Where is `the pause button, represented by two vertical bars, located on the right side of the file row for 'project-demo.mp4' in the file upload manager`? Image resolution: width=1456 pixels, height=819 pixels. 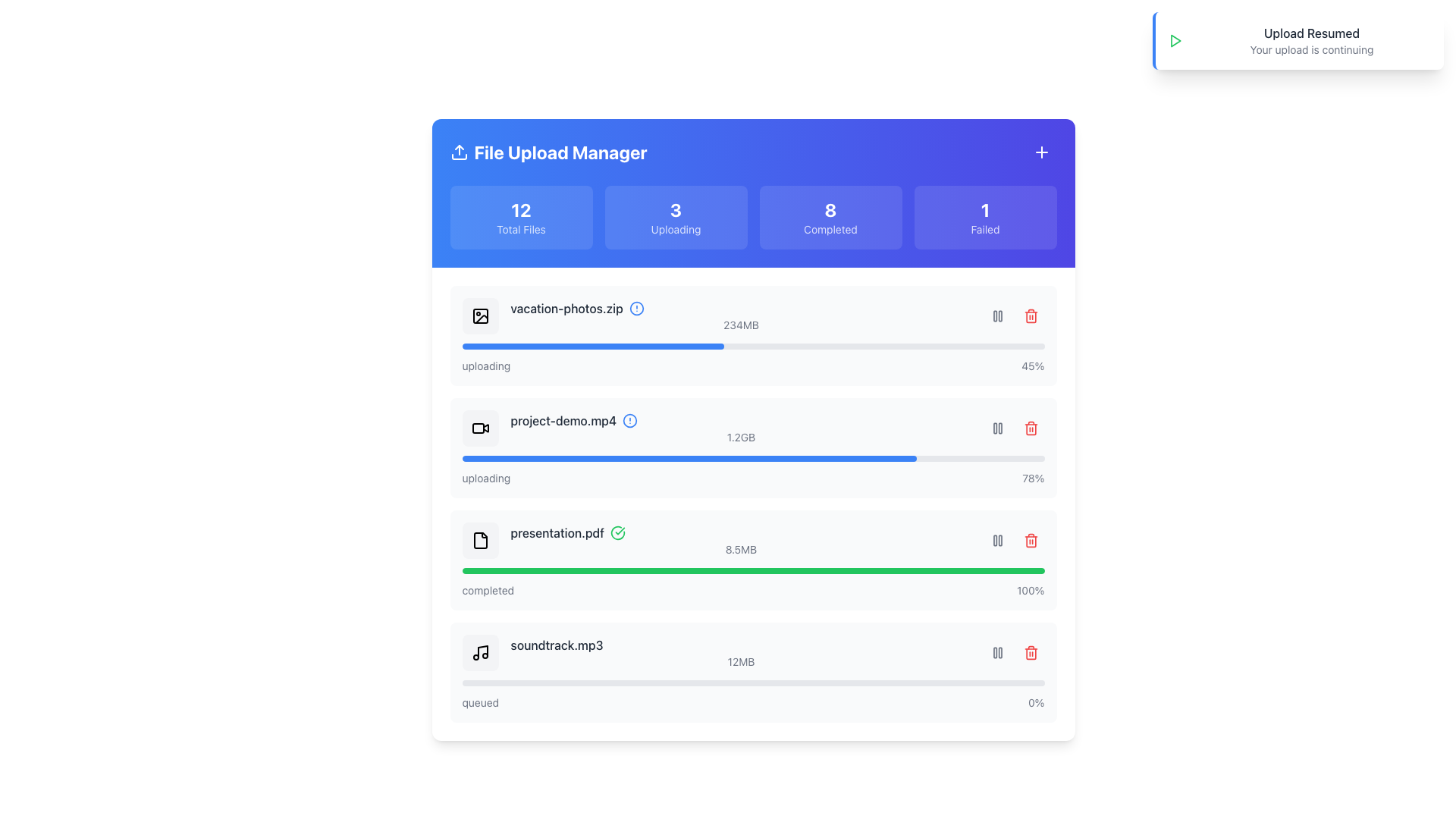
the pause button, represented by two vertical bars, located on the right side of the file row for 'project-demo.mp4' in the file upload manager is located at coordinates (1014, 428).